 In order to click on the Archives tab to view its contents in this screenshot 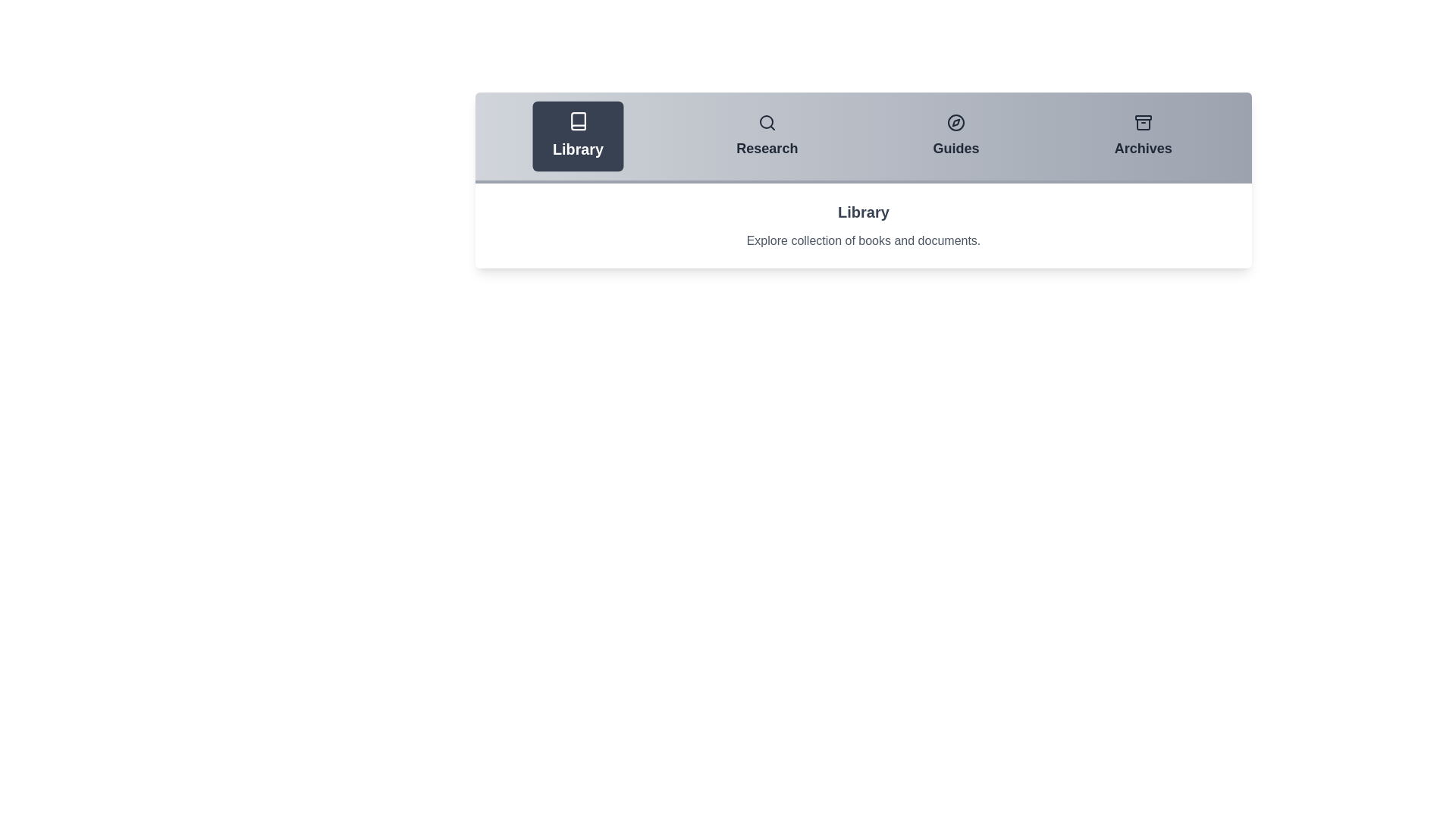, I will do `click(1143, 136)`.